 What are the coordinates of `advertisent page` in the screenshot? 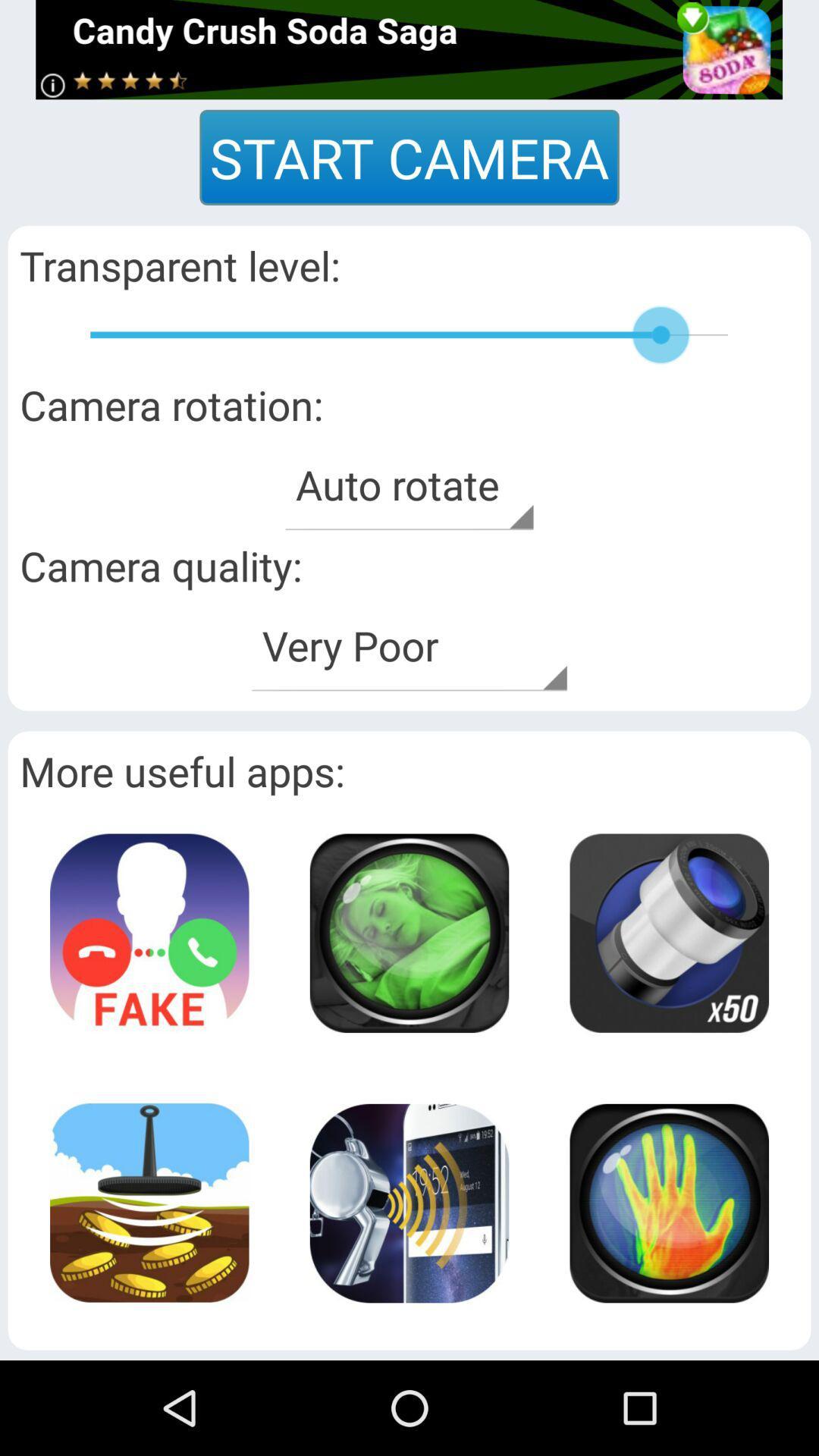 It's located at (408, 49).